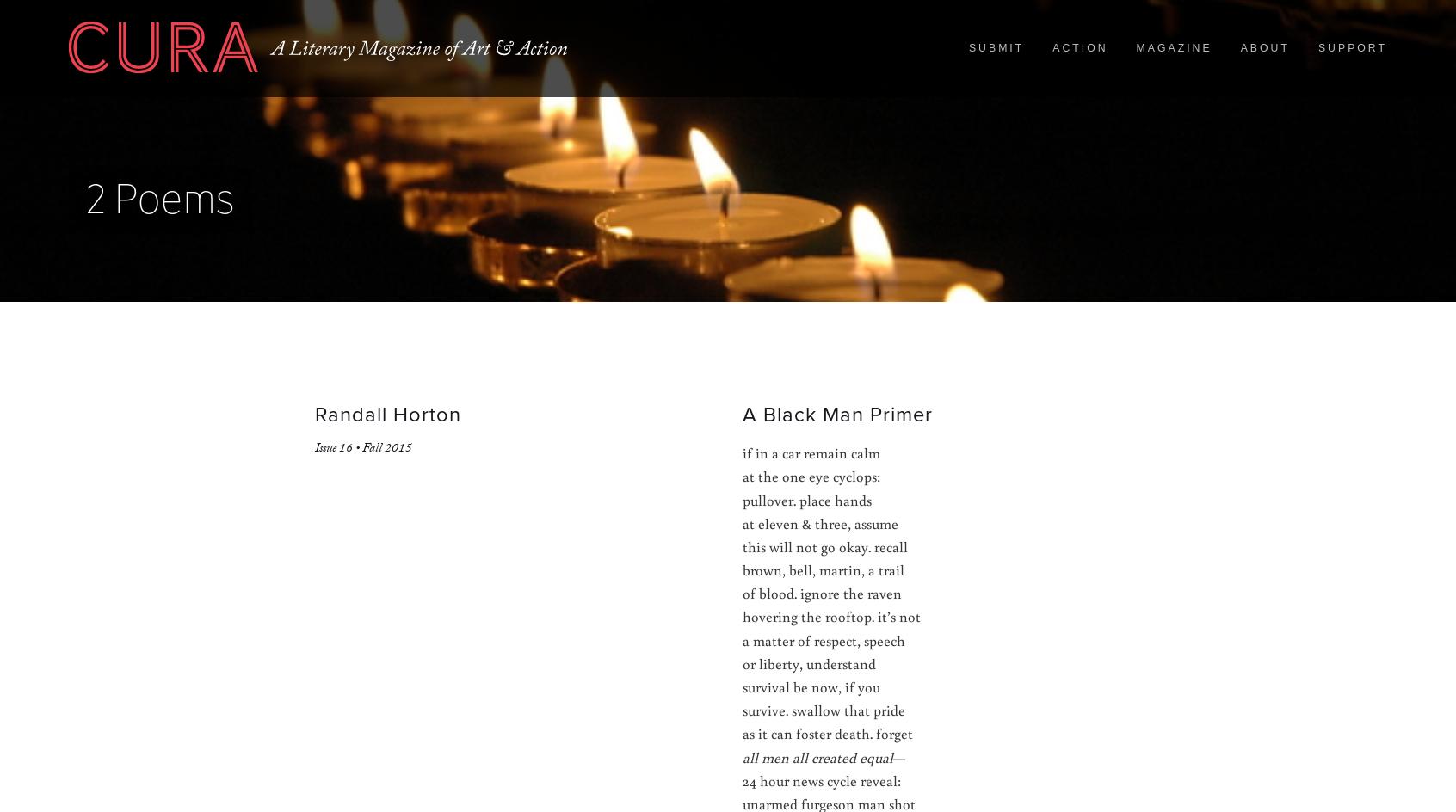  What do you see at coordinates (828, 733) in the screenshot?
I see `'as it can foster death. forget'` at bounding box center [828, 733].